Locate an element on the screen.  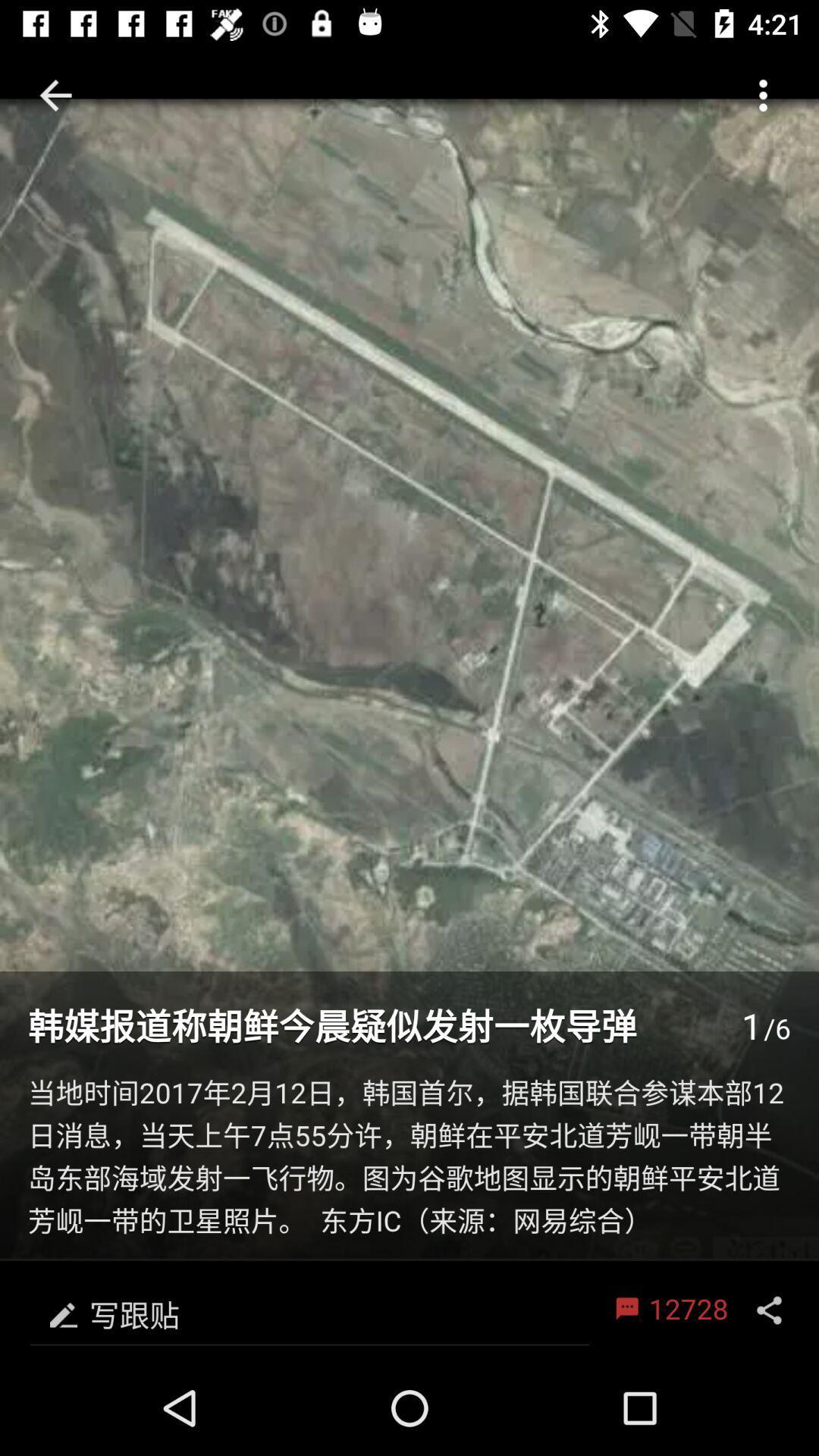
the icon below the 1 item is located at coordinates (409, 1158).